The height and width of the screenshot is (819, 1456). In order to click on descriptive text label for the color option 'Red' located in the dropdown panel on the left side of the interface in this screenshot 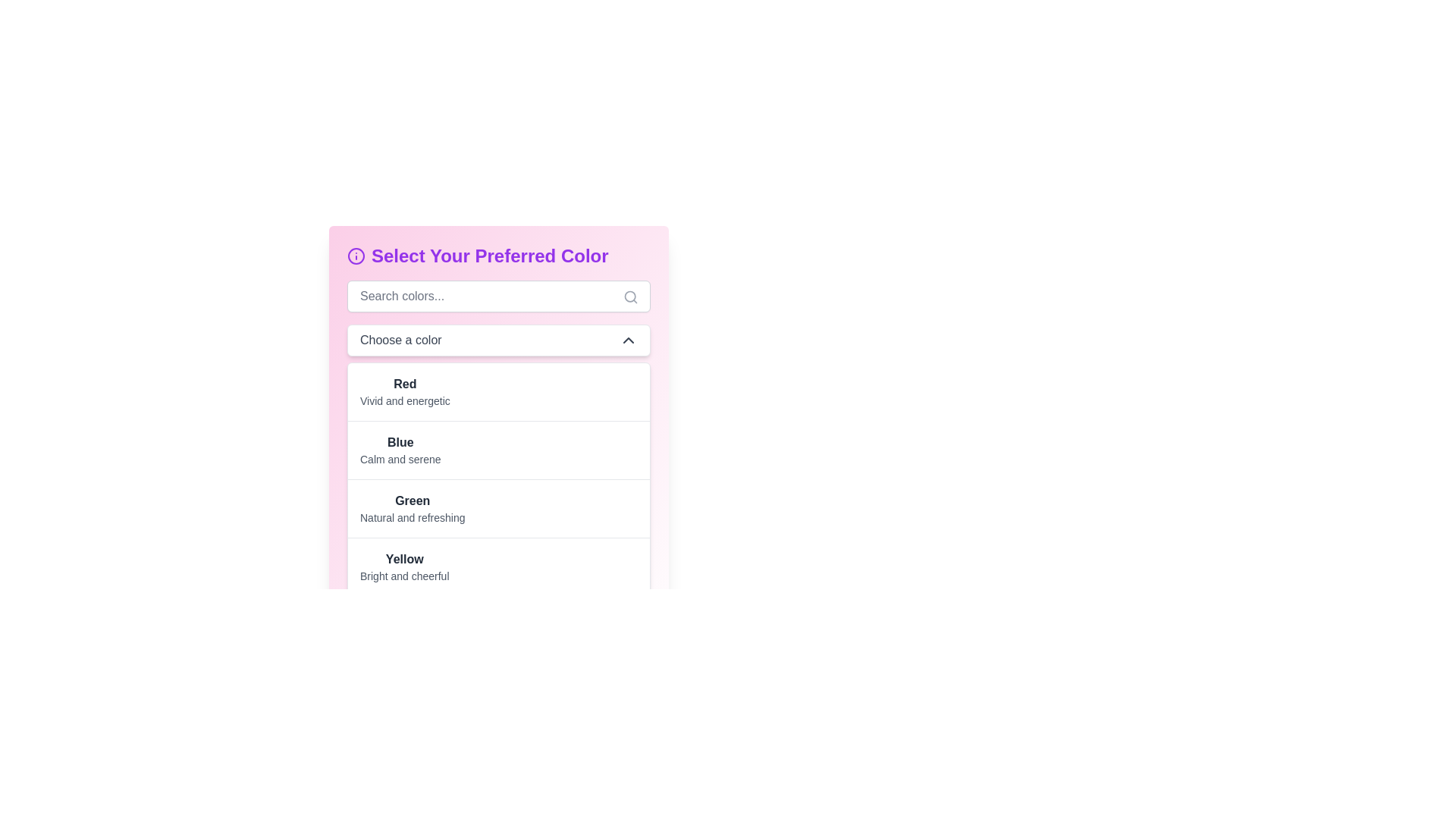, I will do `click(405, 400)`.